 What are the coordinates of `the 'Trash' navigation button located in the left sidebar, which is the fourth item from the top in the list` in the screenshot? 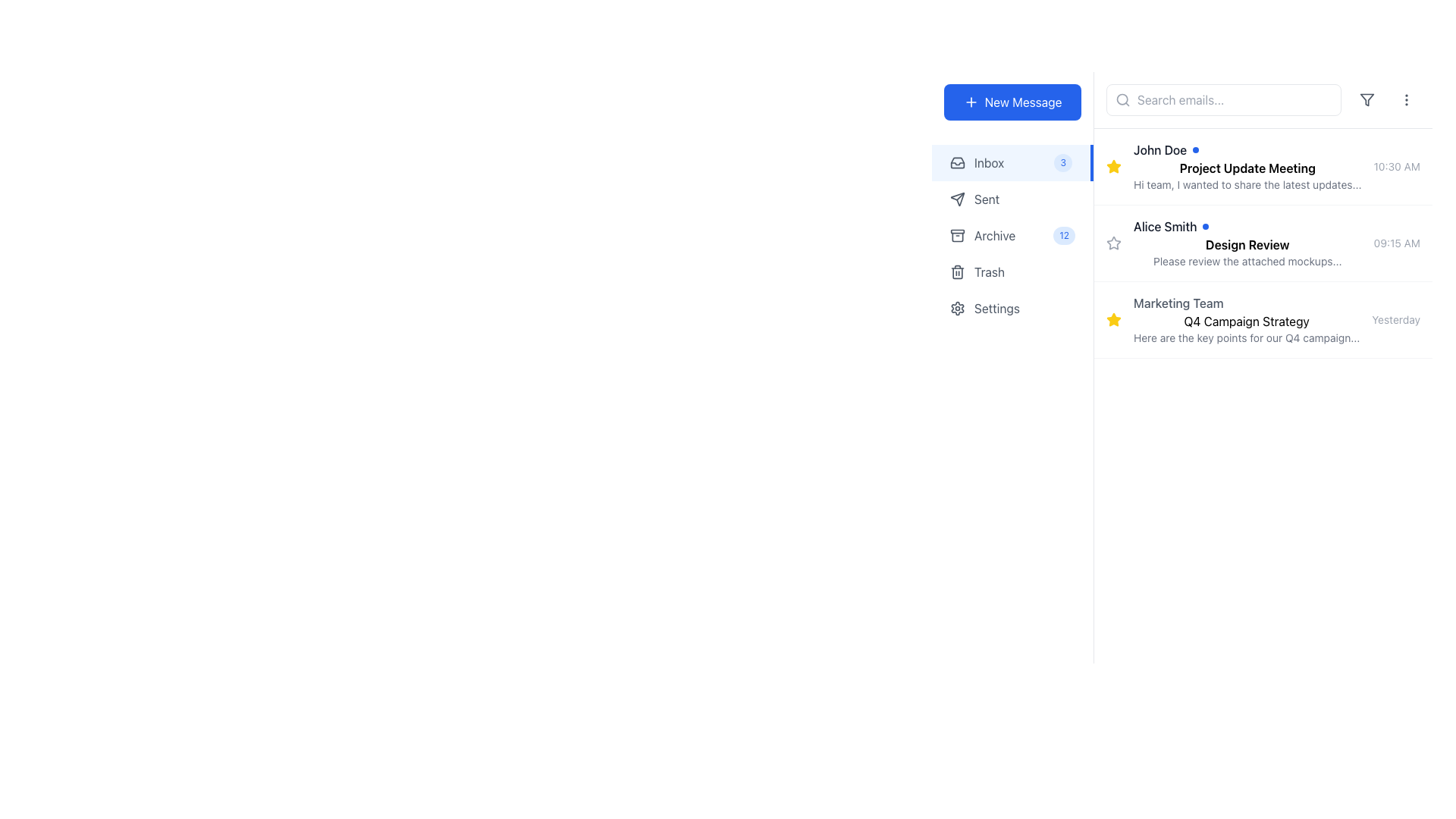 It's located at (1012, 271).